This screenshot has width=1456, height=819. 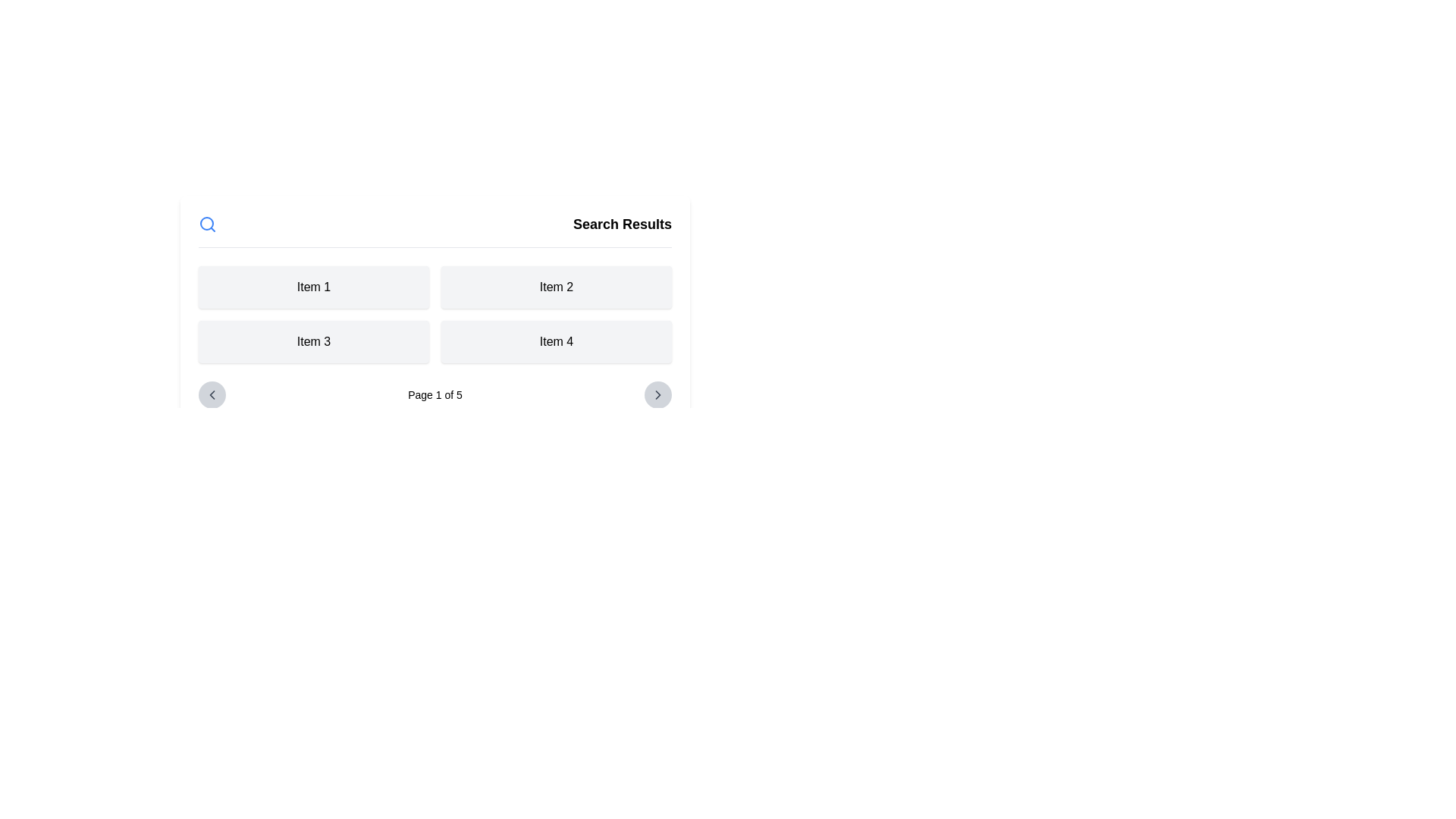 I want to click on the rightward-pointing chevron arrow located in the bottom-right corner of the navigation control section, so click(x=658, y=394).